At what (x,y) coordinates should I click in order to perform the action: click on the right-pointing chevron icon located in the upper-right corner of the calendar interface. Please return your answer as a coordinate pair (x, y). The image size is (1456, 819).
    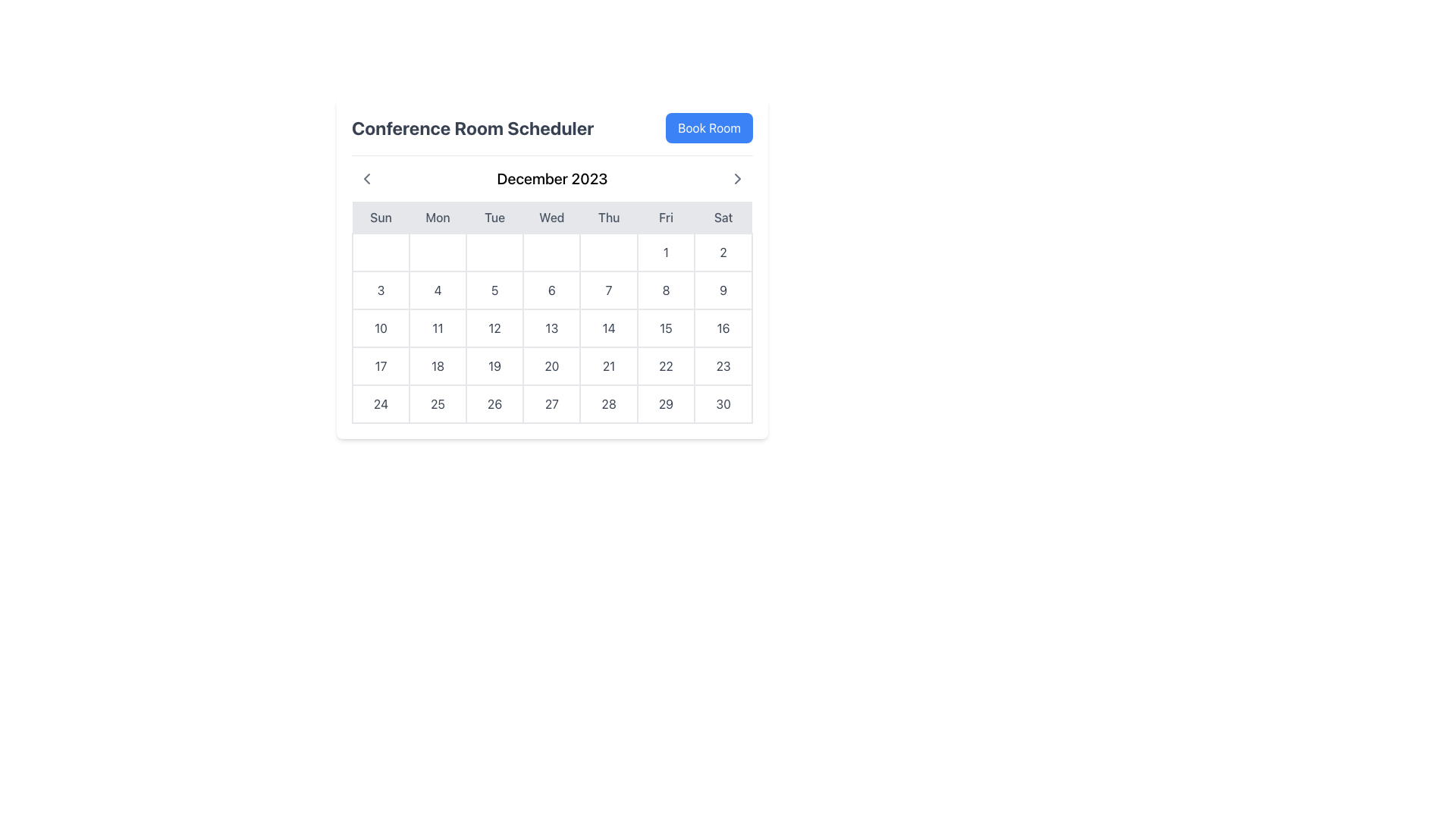
    Looking at the image, I should click on (738, 177).